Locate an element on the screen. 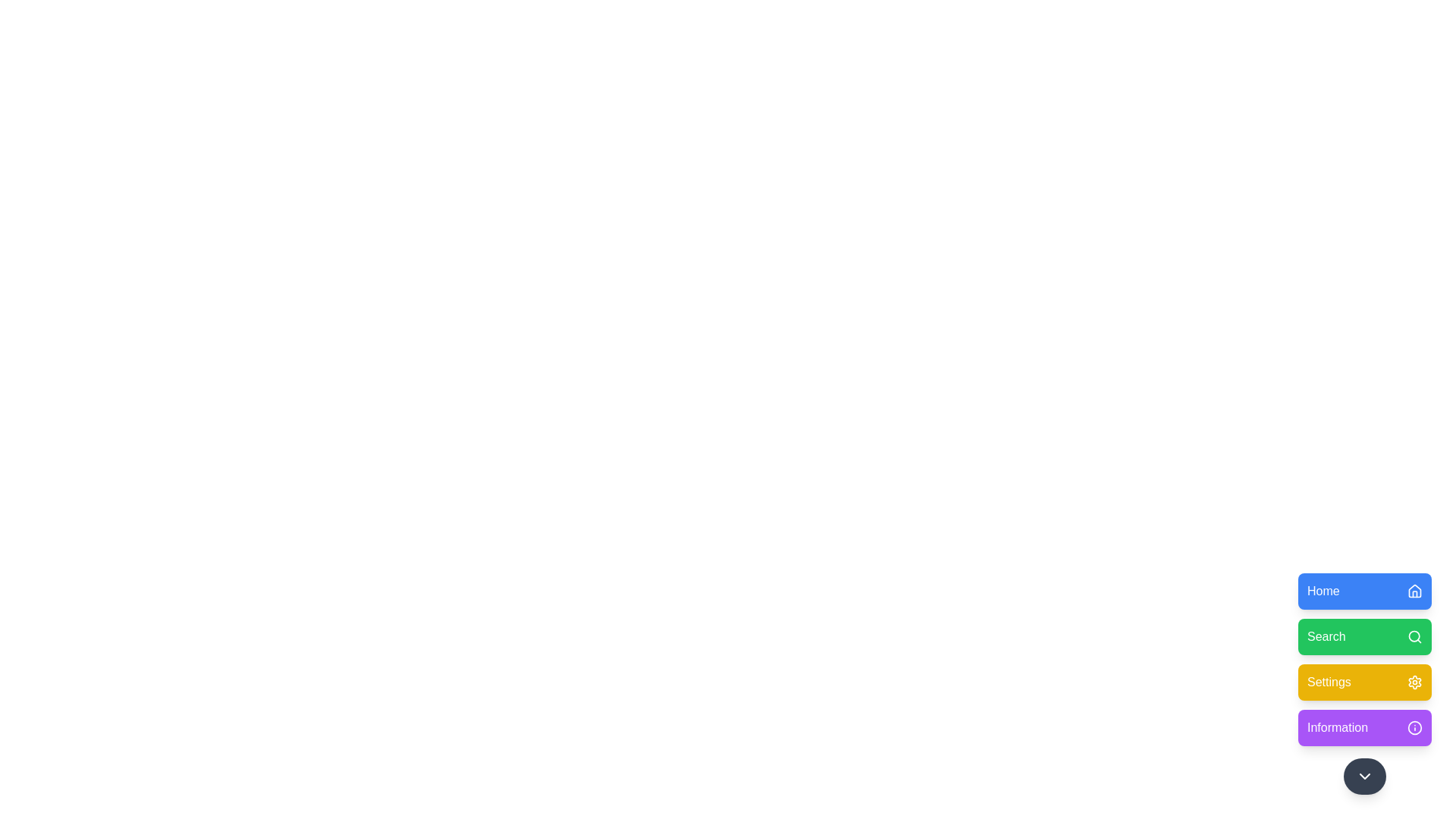  the menu option Search from the floating menu is located at coordinates (1365, 637).